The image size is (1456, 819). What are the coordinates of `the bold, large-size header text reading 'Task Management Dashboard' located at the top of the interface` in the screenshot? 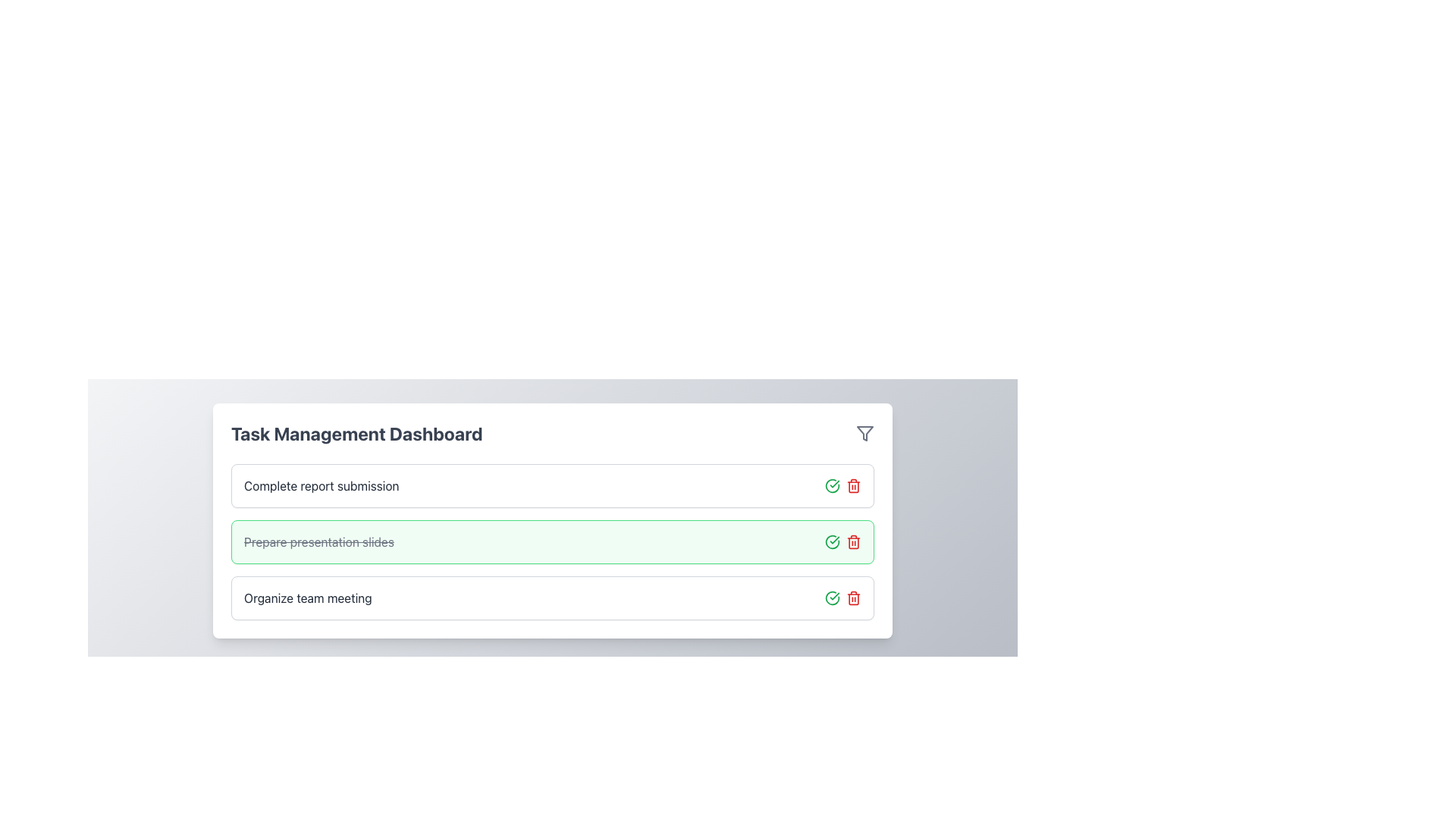 It's located at (356, 433).